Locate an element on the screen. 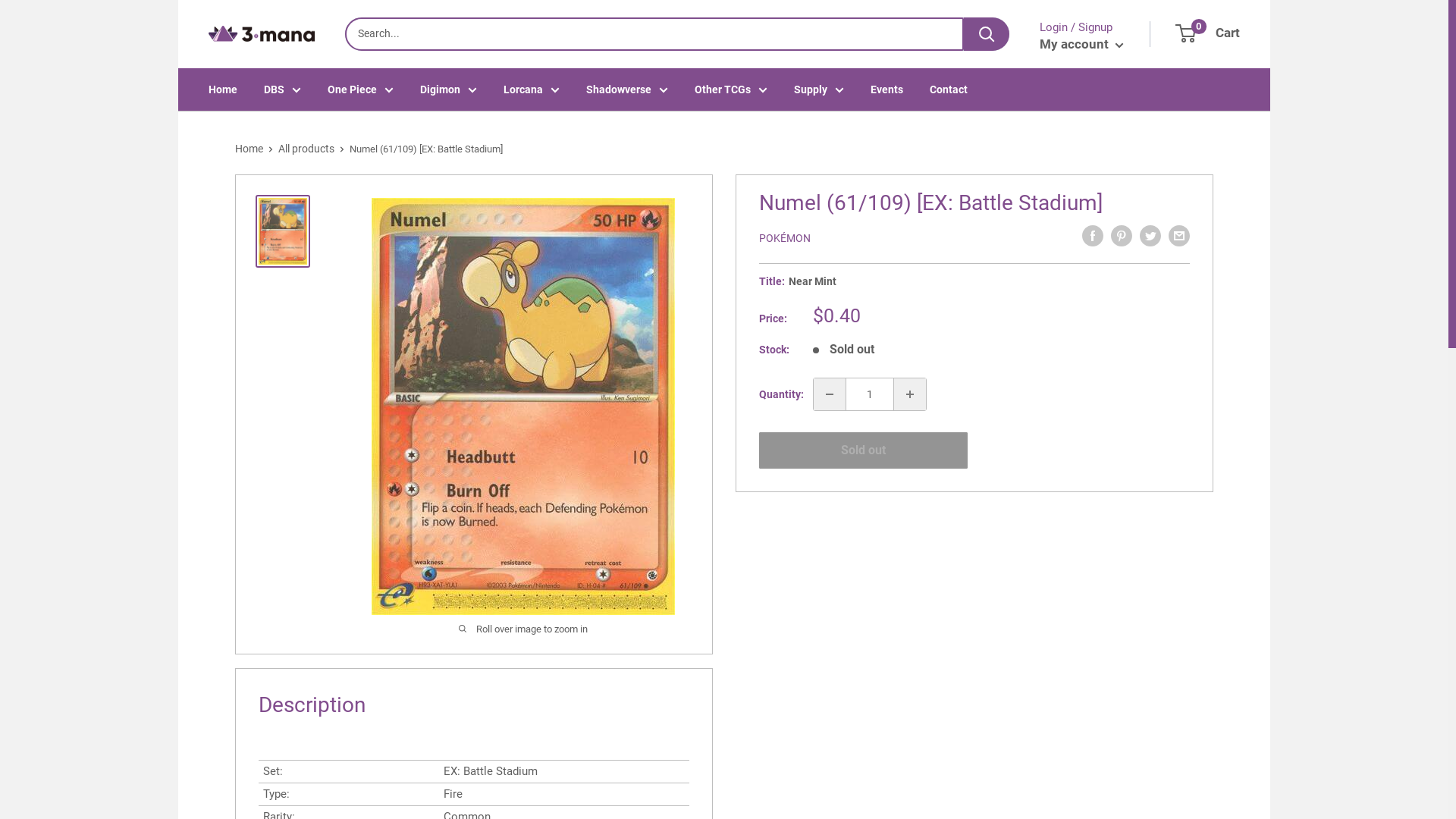 The width and height of the screenshot is (1456, 819). 'Shadowverse' is located at coordinates (626, 89).